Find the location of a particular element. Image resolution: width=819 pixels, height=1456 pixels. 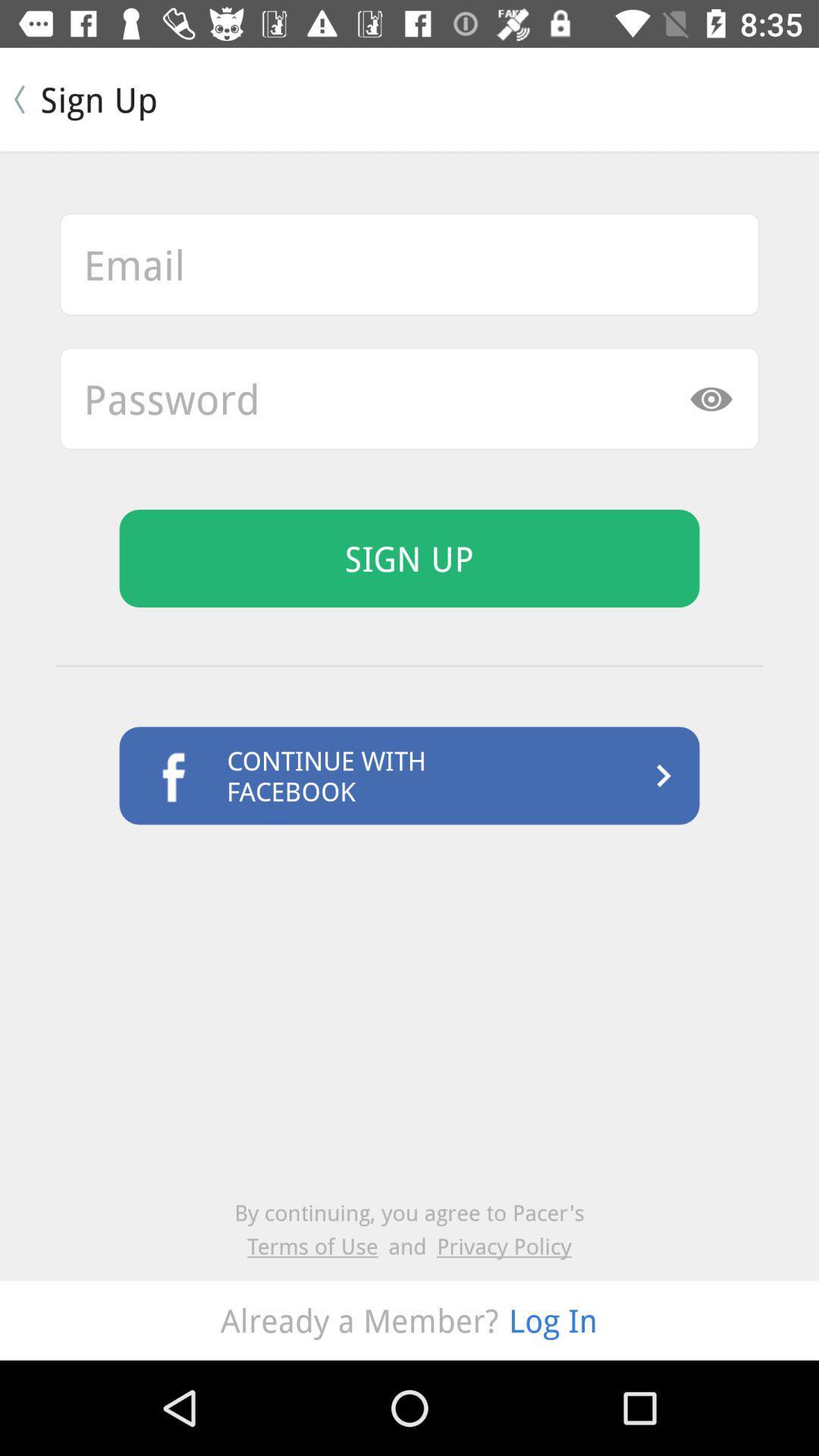

password field is located at coordinates (409, 398).